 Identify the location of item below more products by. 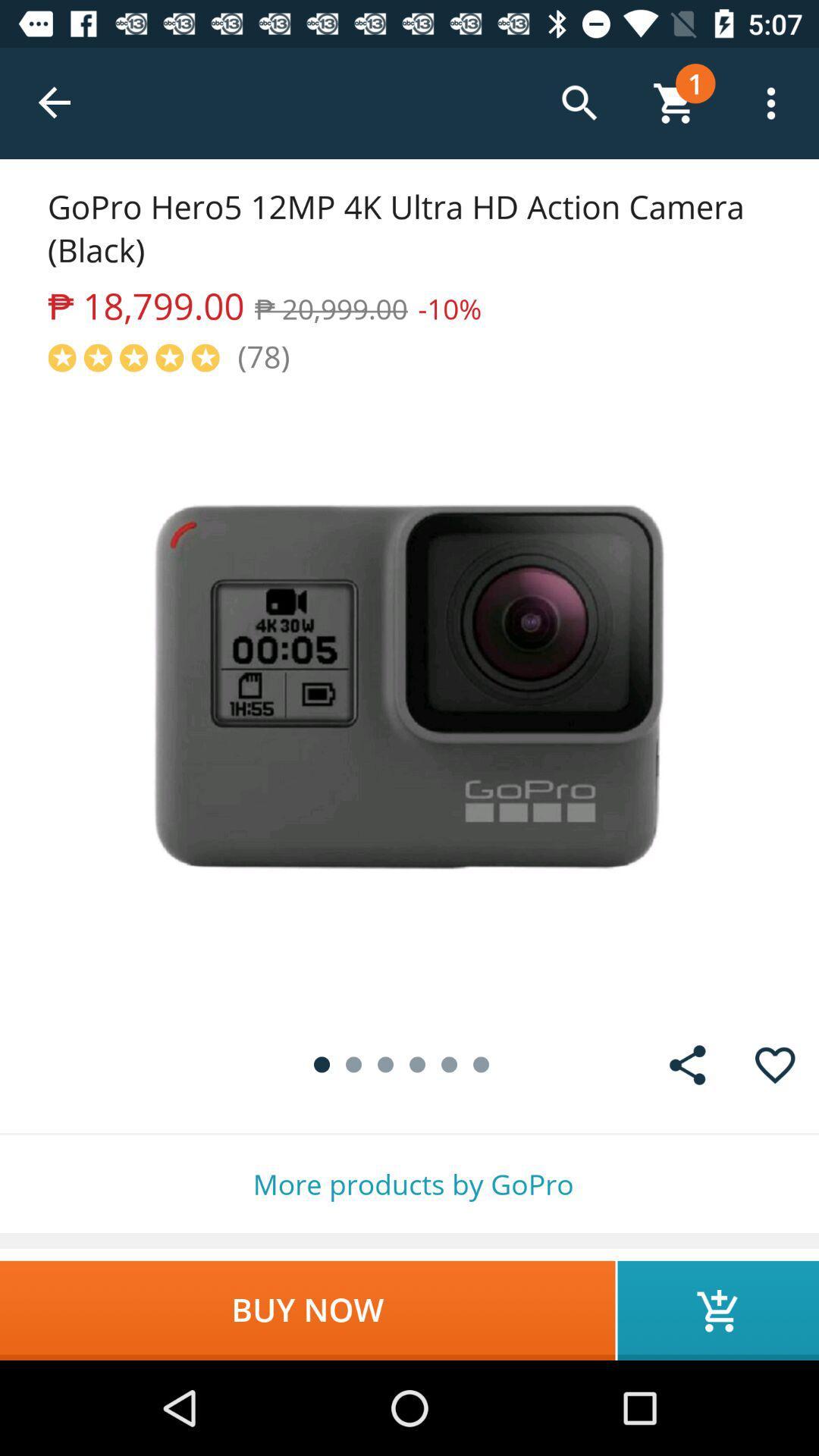
(717, 1310).